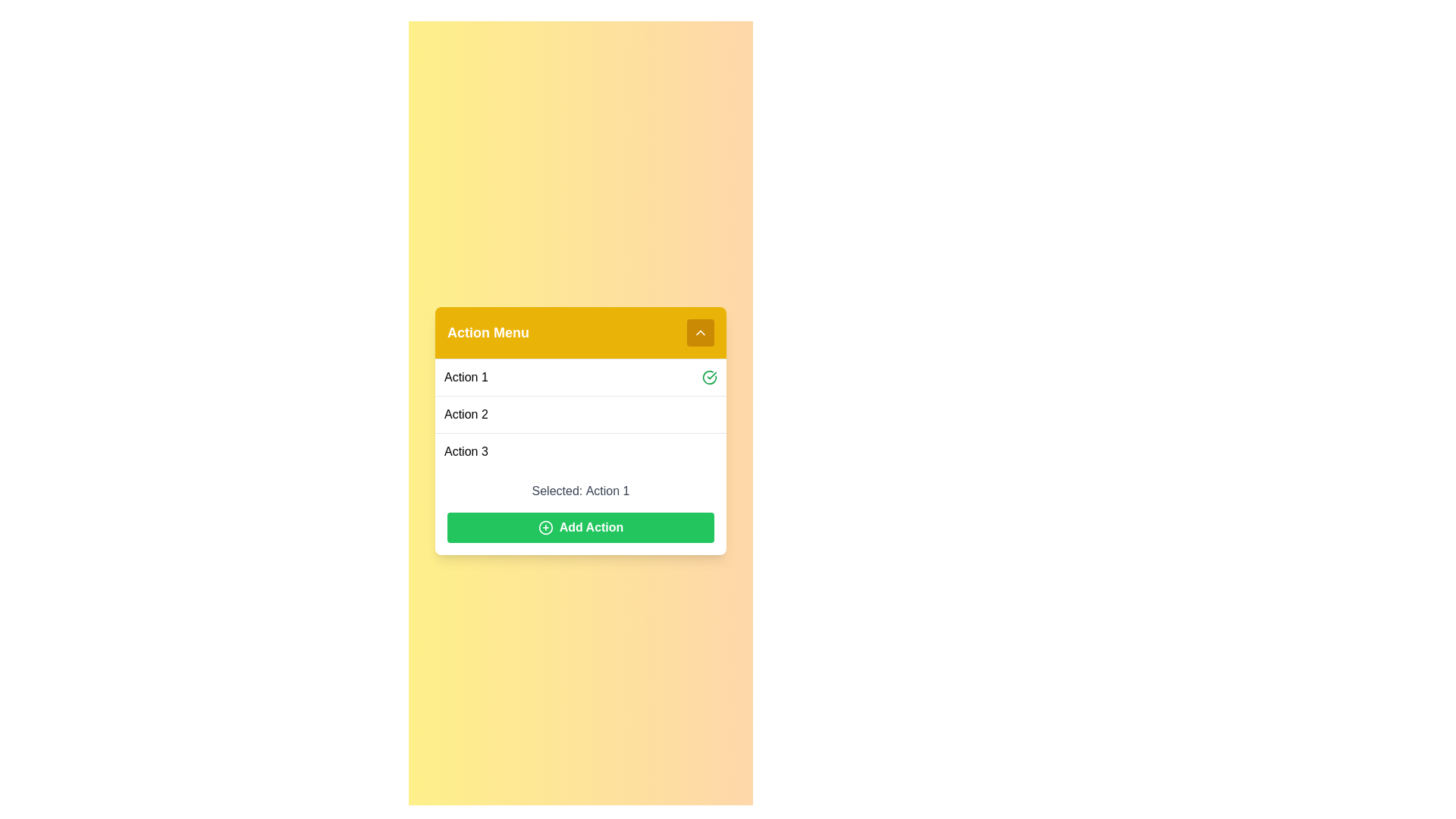  Describe the element at coordinates (580, 512) in the screenshot. I see `text label 'Selected: Action 1' located at the top of the white rounded rectangle card titled 'Action Menu' to understand the current selection` at that location.